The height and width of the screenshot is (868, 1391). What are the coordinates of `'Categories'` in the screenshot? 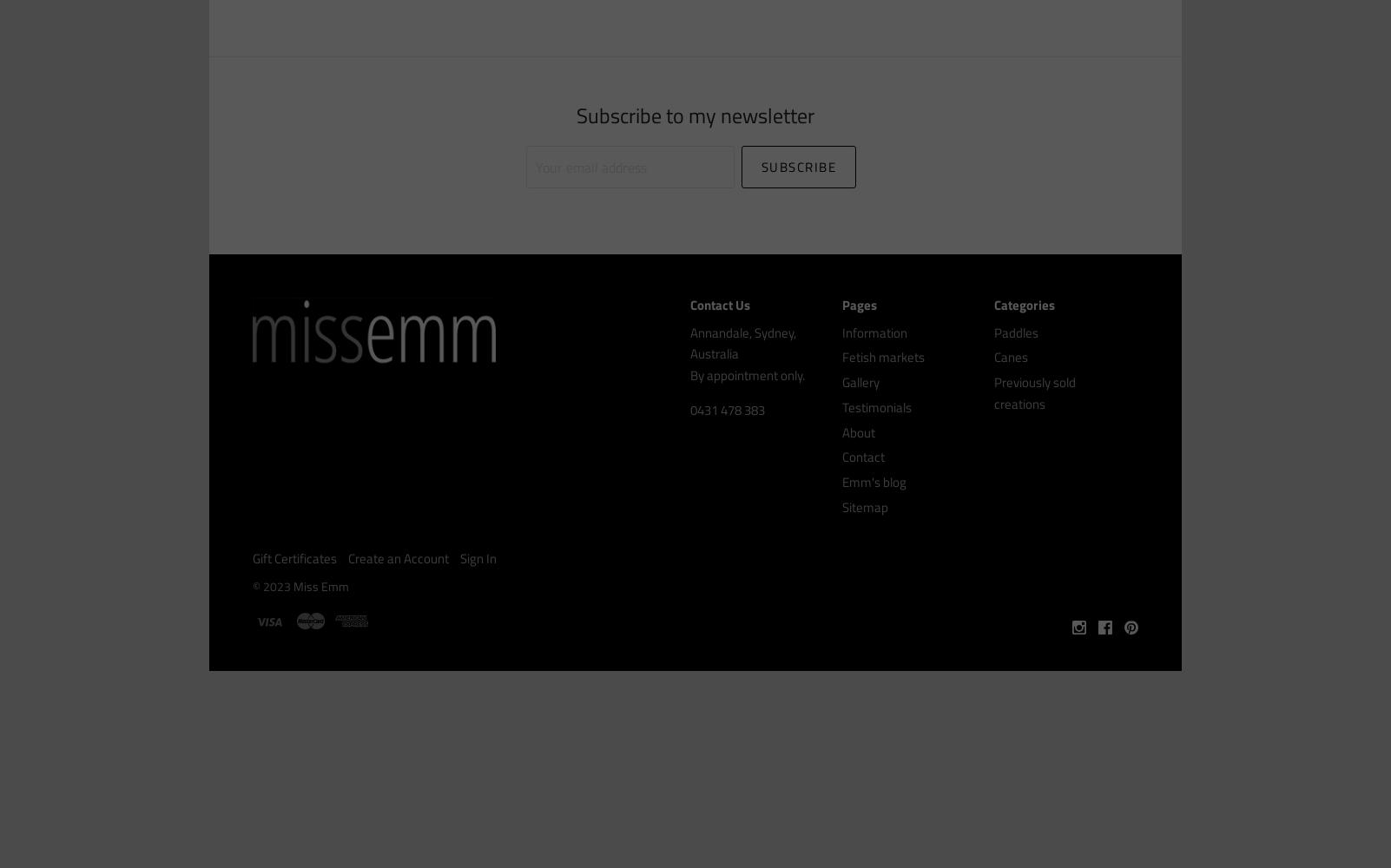 It's located at (1024, 303).